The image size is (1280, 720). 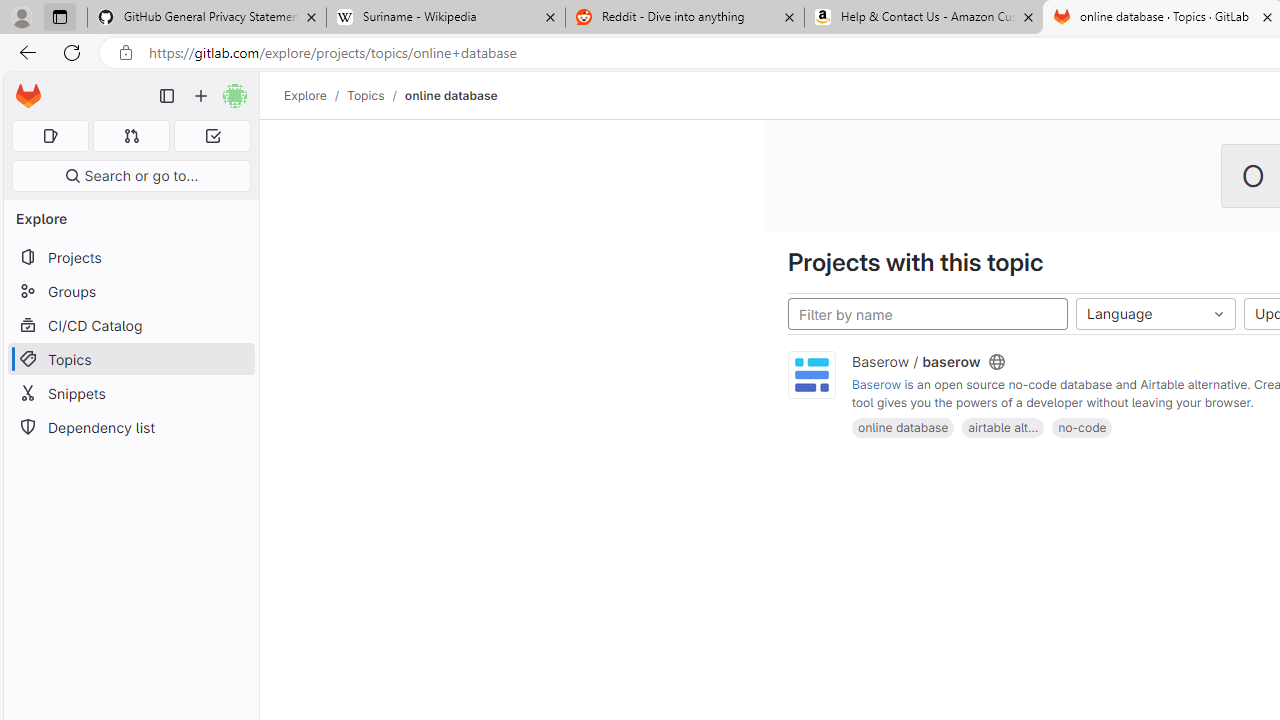 I want to click on 'Primary navigation sidebar', so click(x=167, y=96).